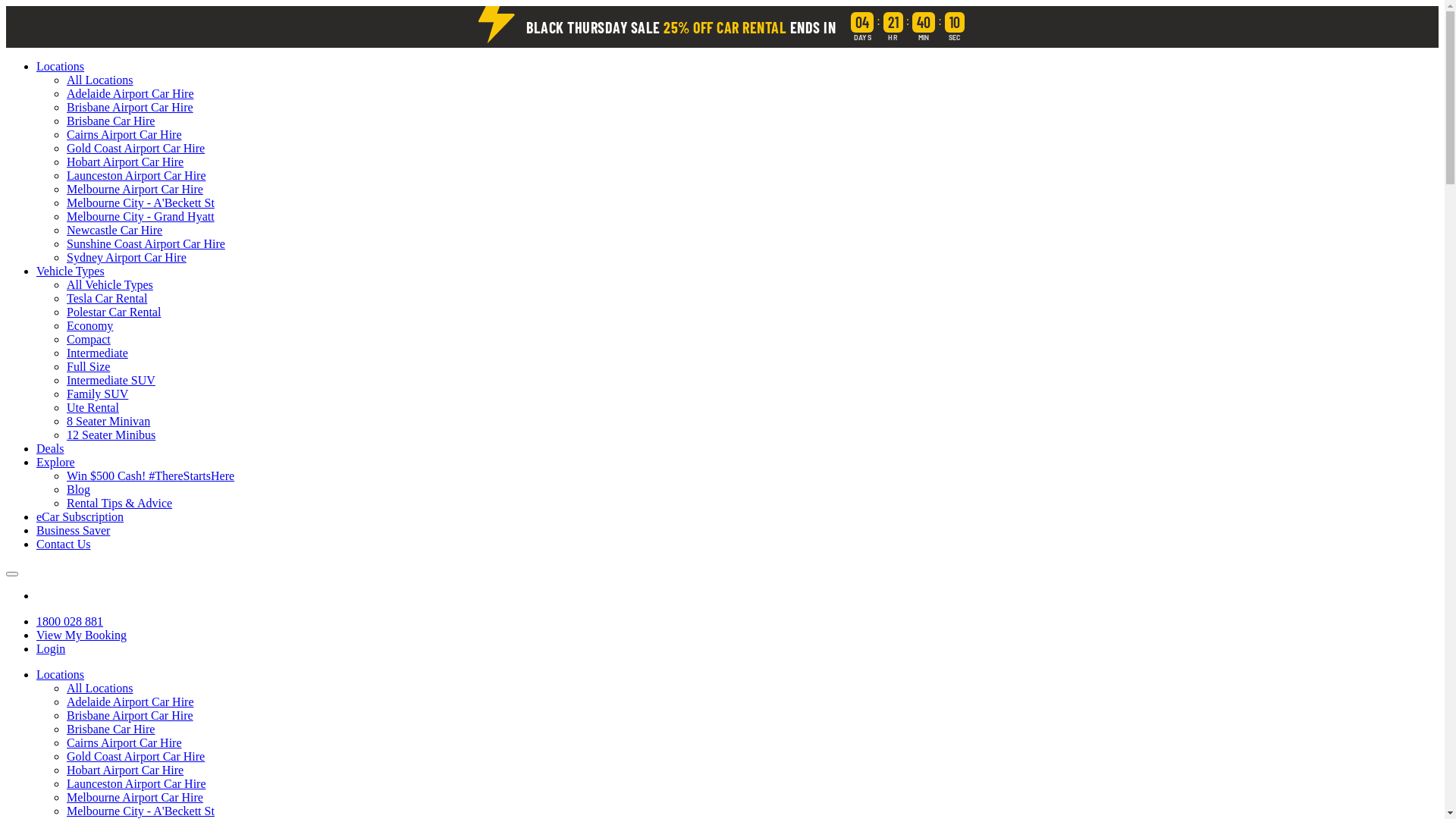 The image size is (1456, 819). I want to click on 'Melbourne Airport Car Hire', so click(134, 188).